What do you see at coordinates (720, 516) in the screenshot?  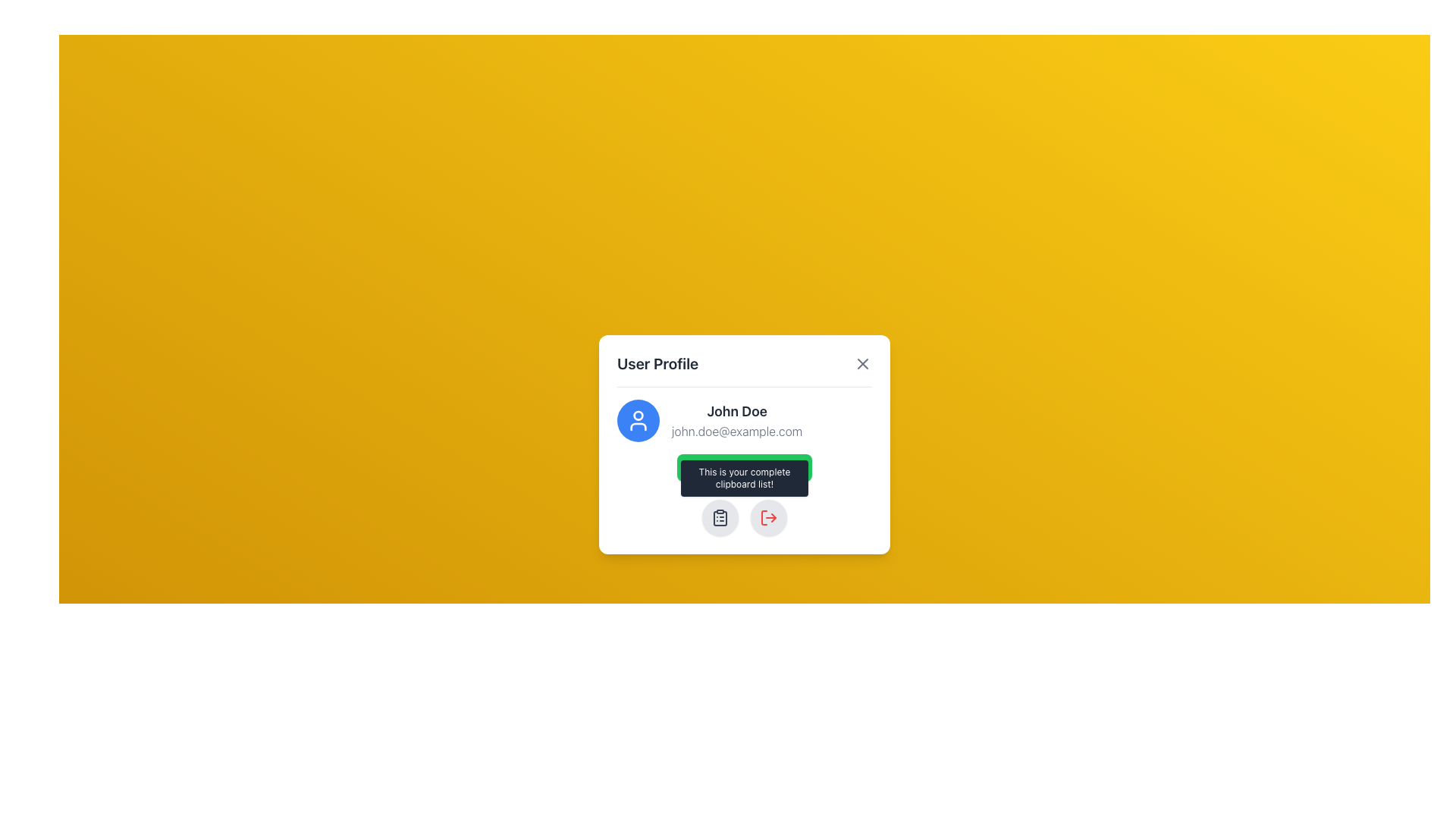 I see `the rounded button with a clipboard icon, located at the bottom center of the profile card` at bounding box center [720, 516].